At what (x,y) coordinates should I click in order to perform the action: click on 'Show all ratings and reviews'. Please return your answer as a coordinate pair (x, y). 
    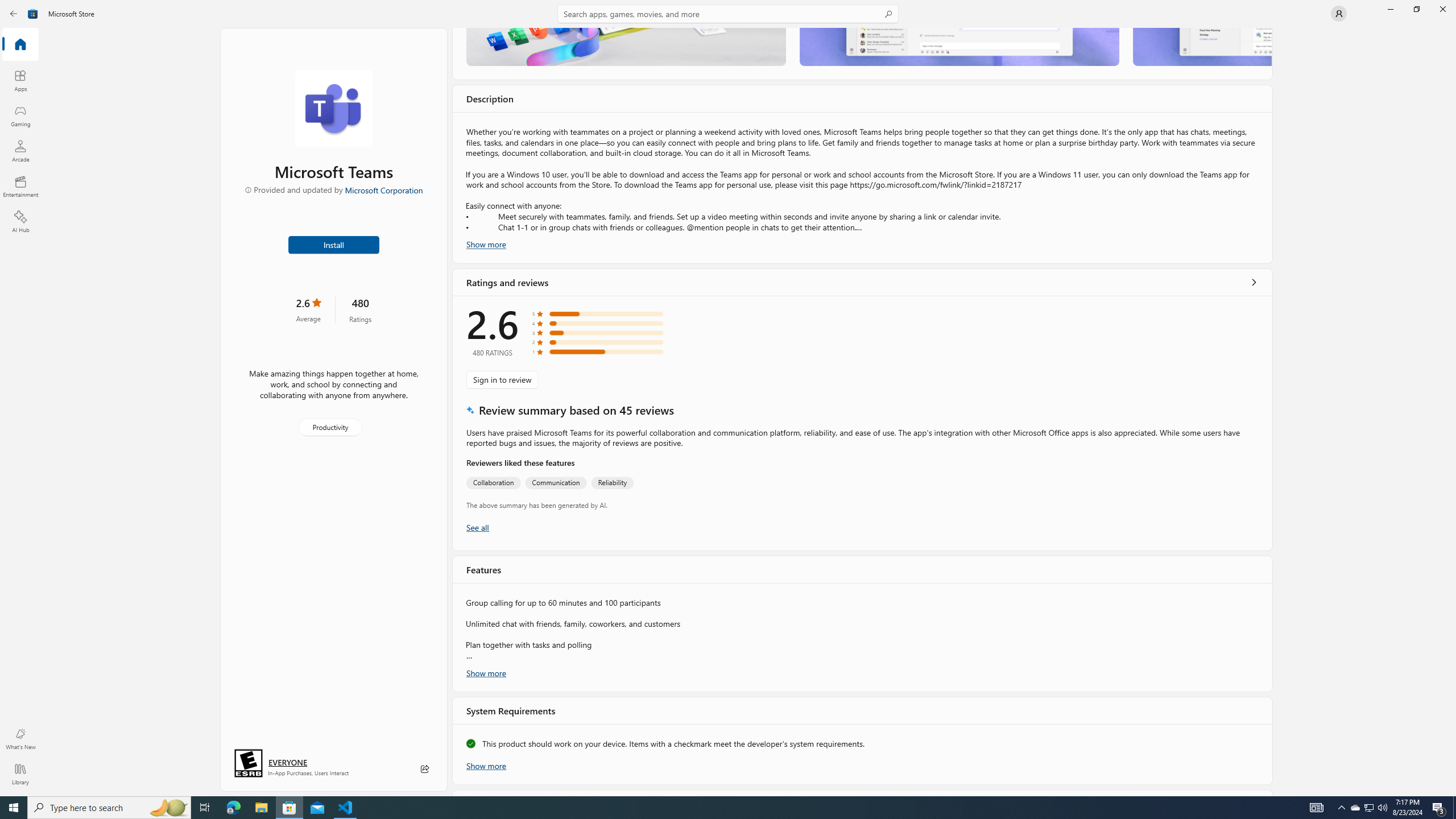
    Looking at the image, I should click on (477, 527).